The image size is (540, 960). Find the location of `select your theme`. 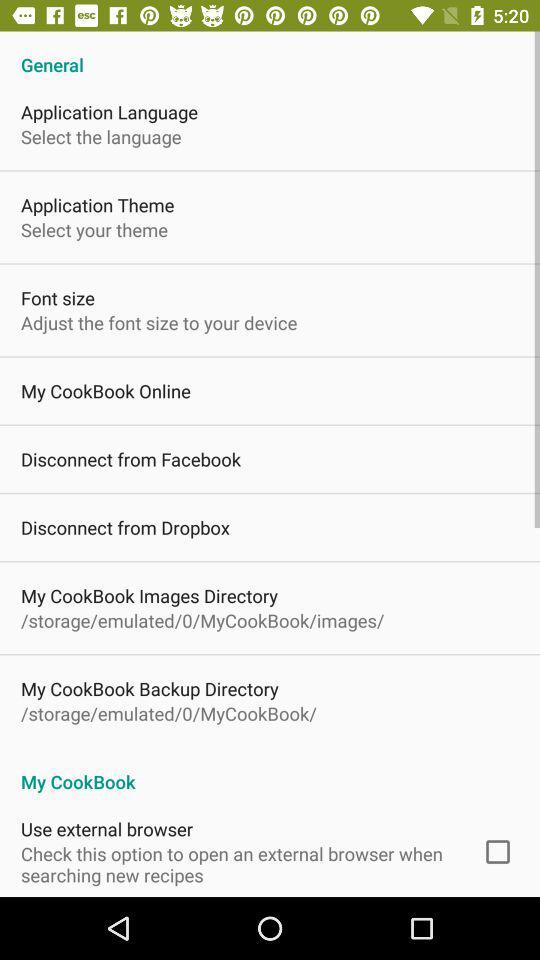

select your theme is located at coordinates (93, 229).